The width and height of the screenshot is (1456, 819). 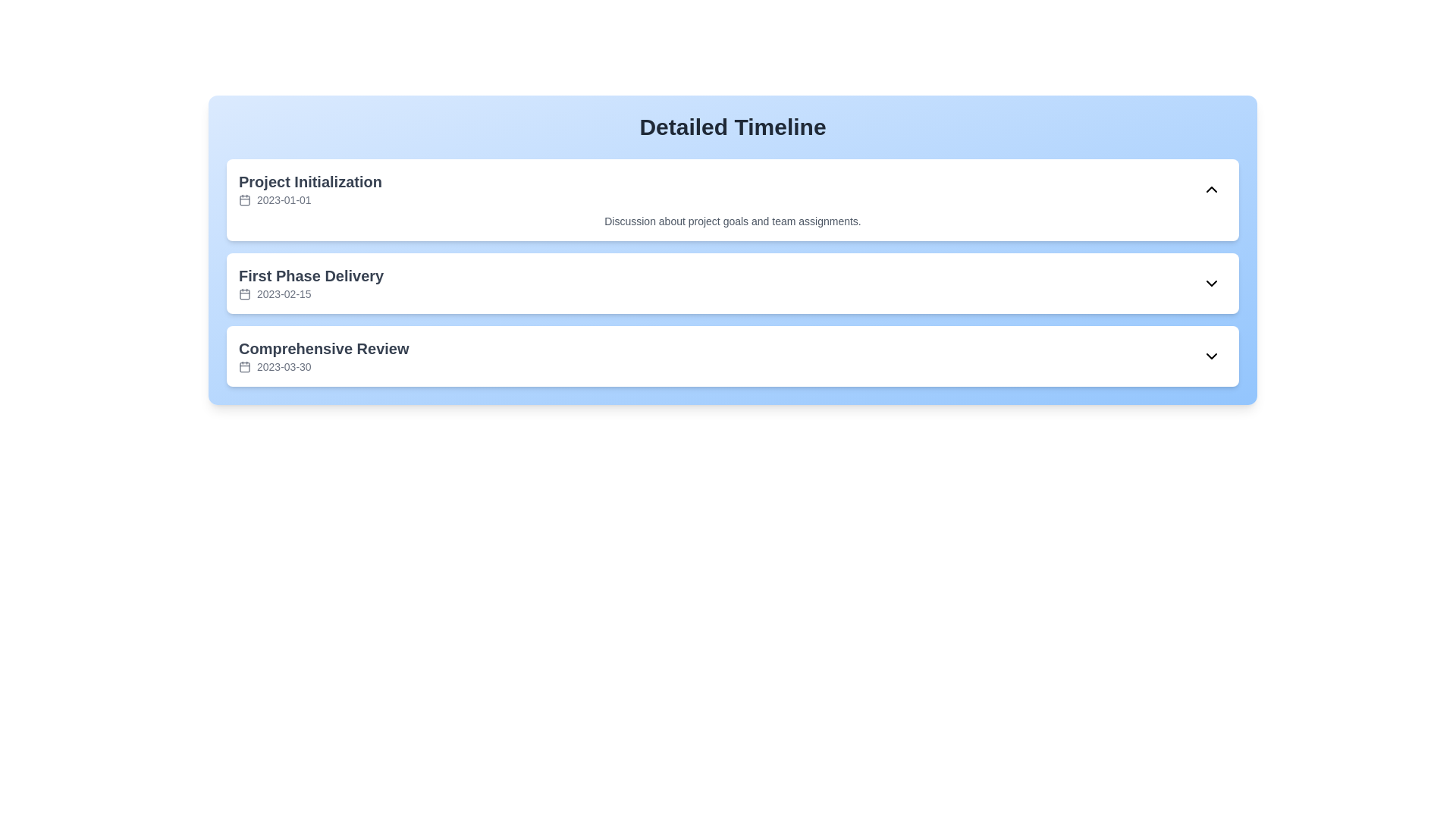 I want to click on date displayed in the text label showing 'February 15, 2023', positioned below the heading 'First Phase Delivery' within its timeline card, so click(x=284, y=294).